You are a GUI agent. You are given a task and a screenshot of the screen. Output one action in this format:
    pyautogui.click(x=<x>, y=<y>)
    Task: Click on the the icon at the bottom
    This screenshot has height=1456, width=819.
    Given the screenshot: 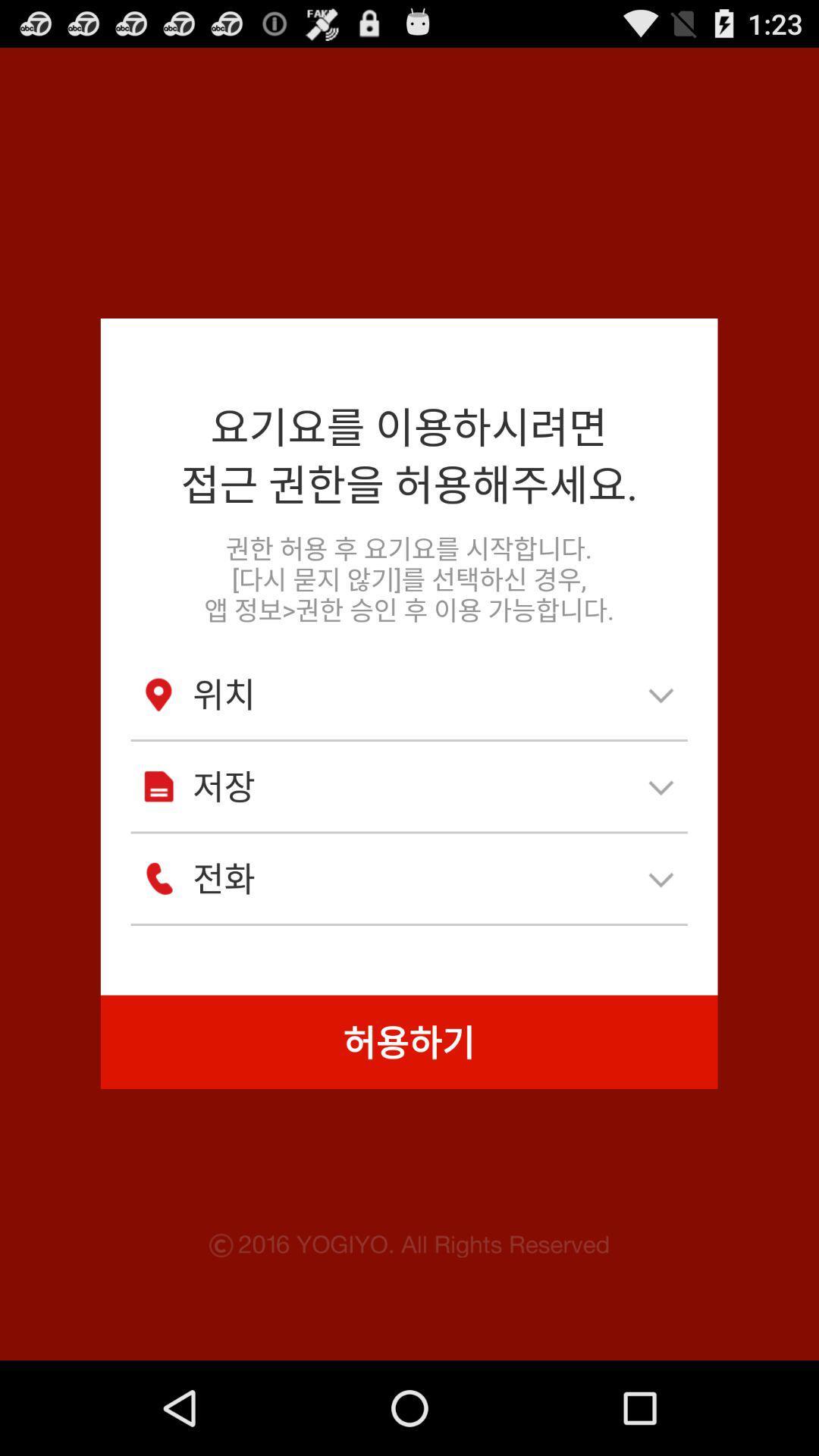 What is the action you would take?
    pyautogui.click(x=408, y=1041)
    